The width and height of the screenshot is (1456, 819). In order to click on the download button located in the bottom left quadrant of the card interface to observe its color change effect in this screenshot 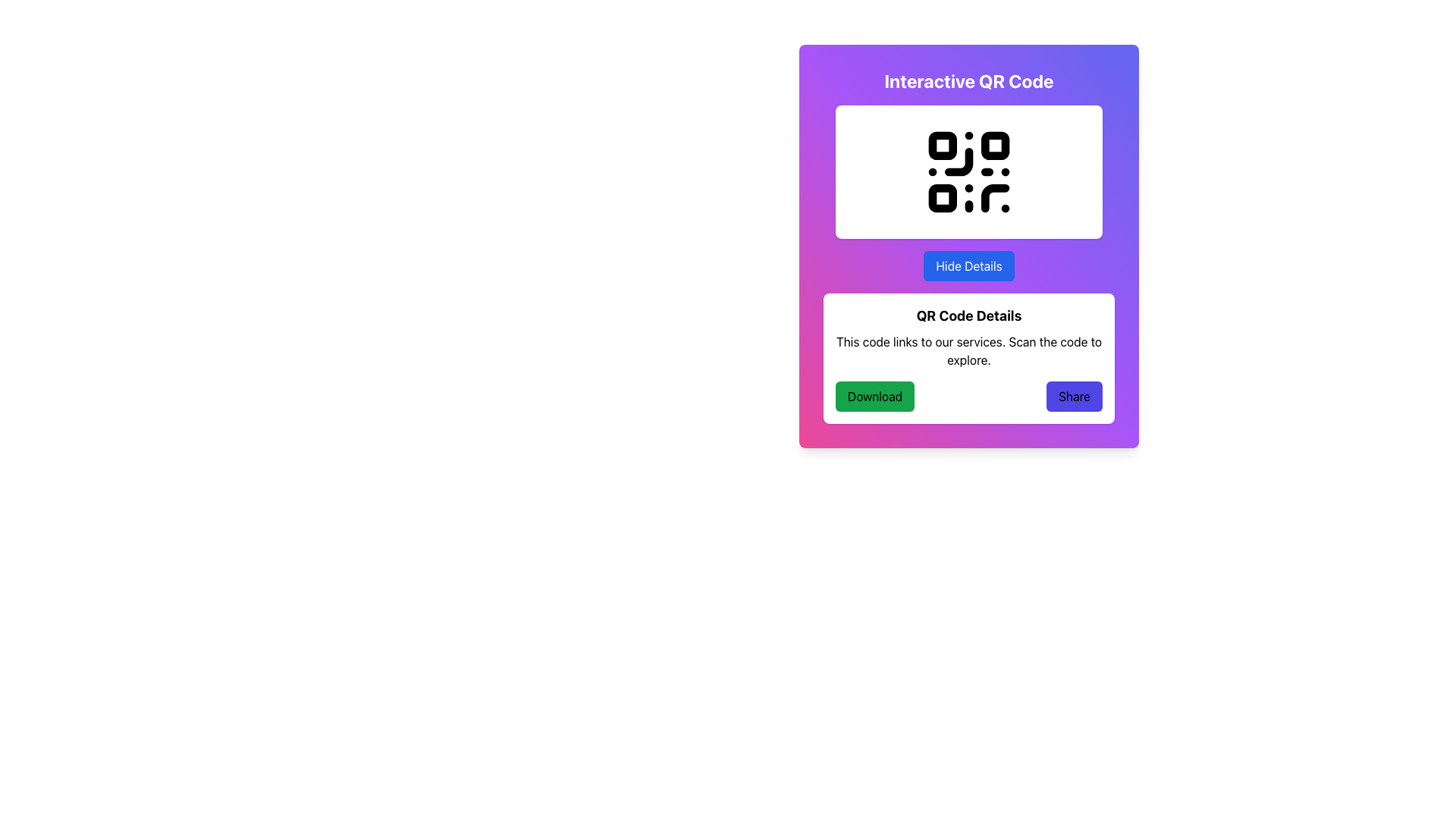, I will do `click(875, 396)`.